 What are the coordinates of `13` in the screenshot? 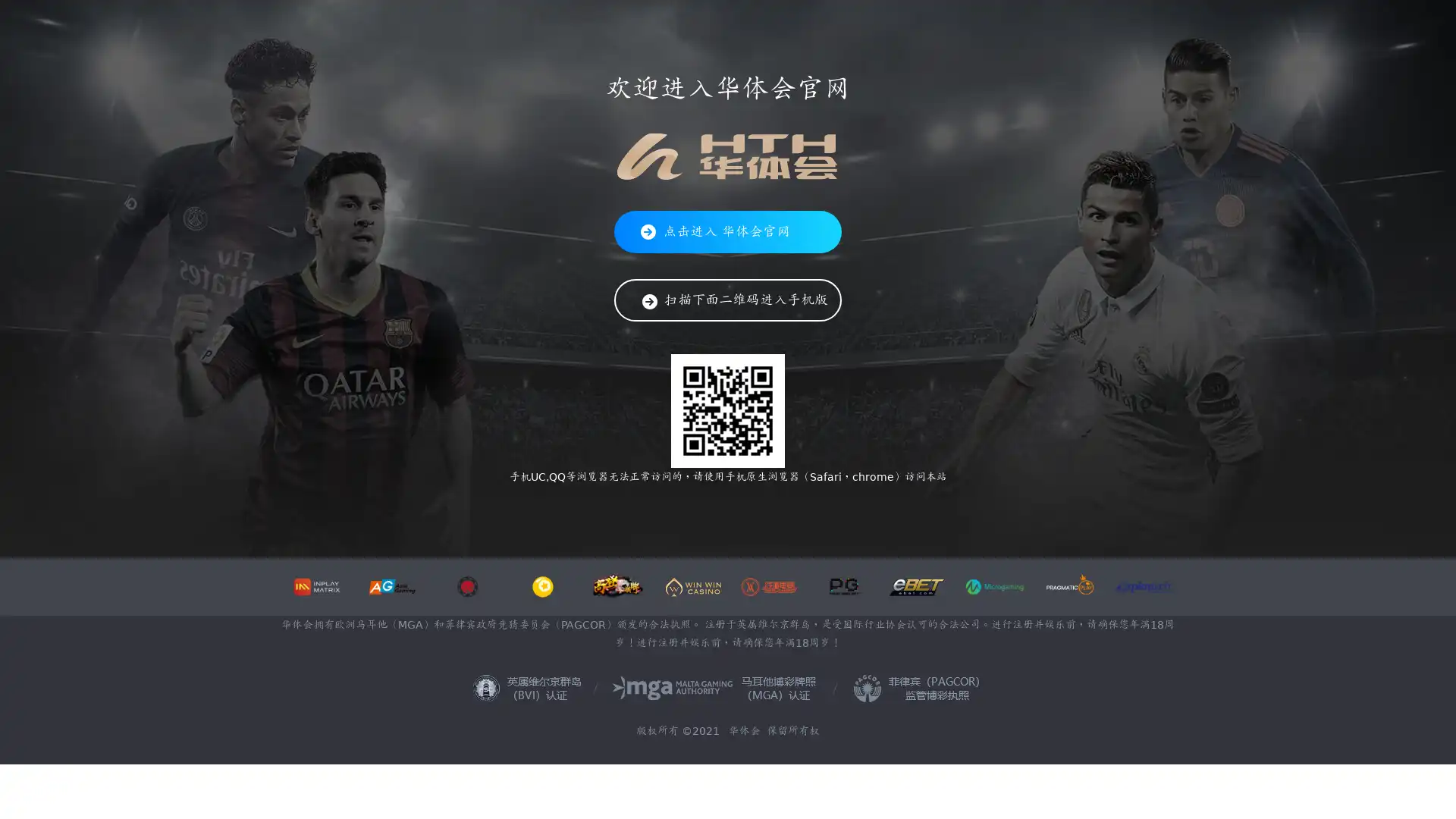 It's located at (796, 505).